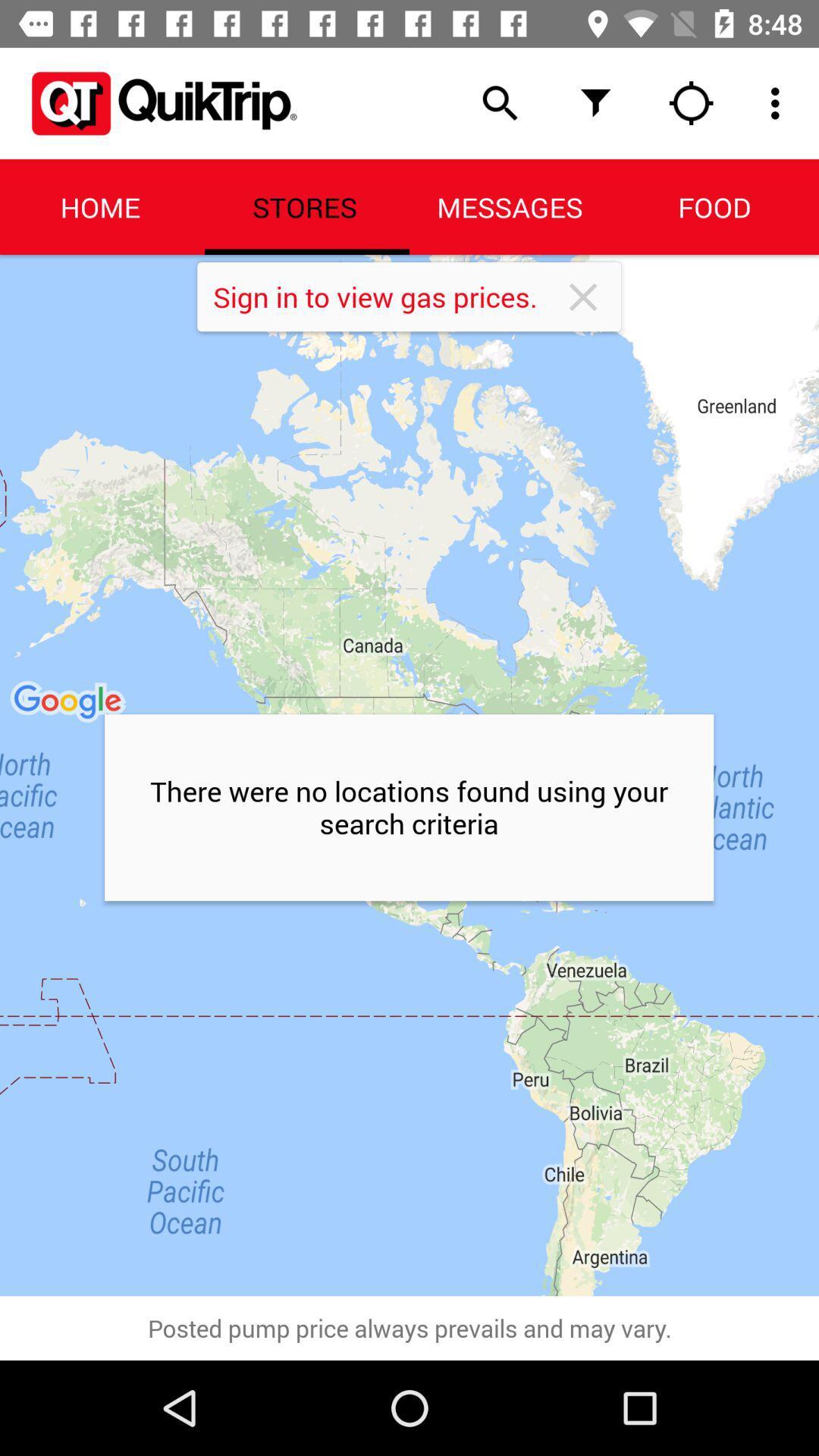  I want to click on the sign in to item, so click(386, 297).